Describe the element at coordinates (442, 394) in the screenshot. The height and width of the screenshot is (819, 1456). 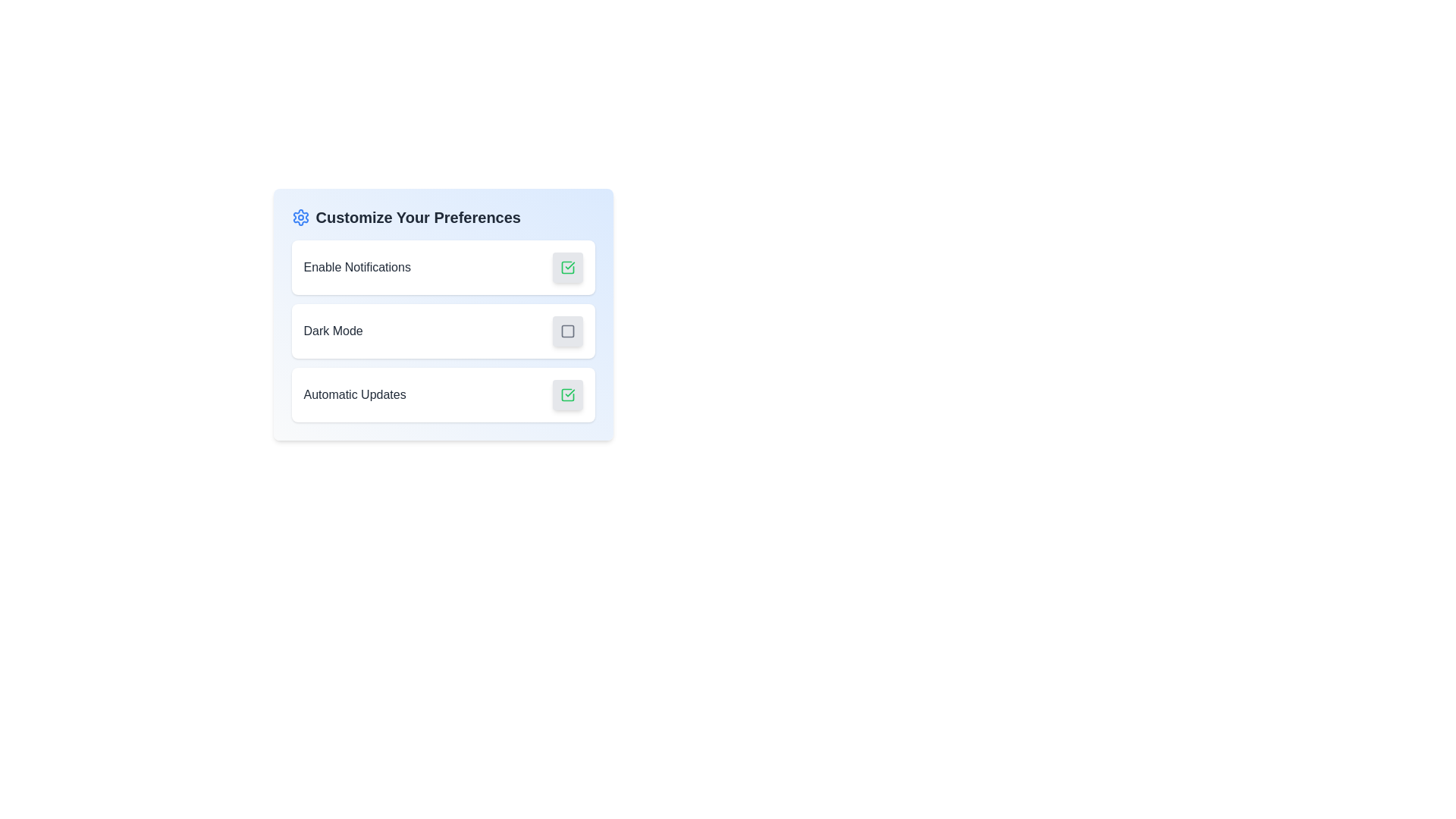
I see `the Interactive Option Box labeled 'Automatic Updates'` at that location.